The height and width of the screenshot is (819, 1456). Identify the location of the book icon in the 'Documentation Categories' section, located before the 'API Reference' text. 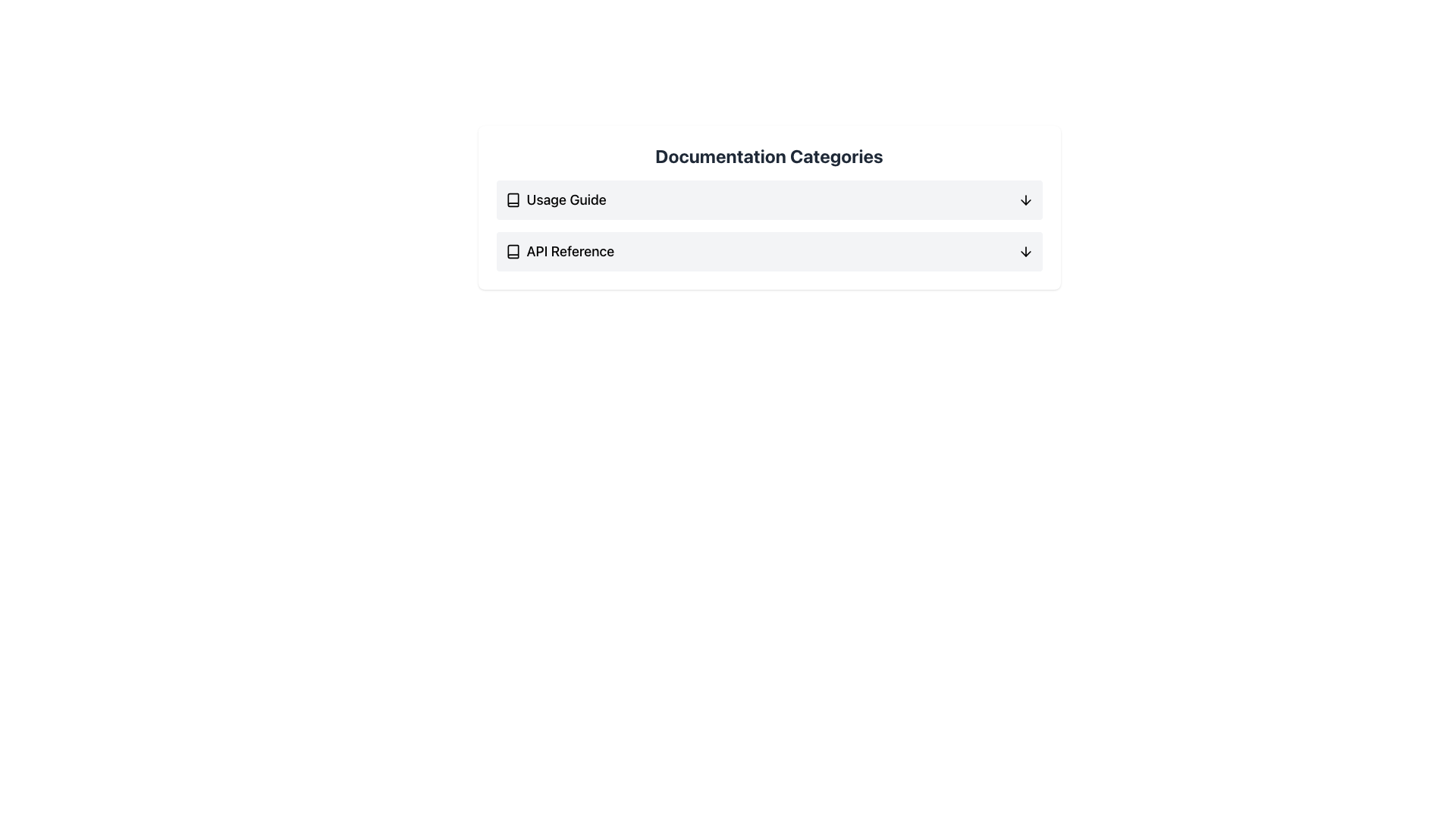
(513, 250).